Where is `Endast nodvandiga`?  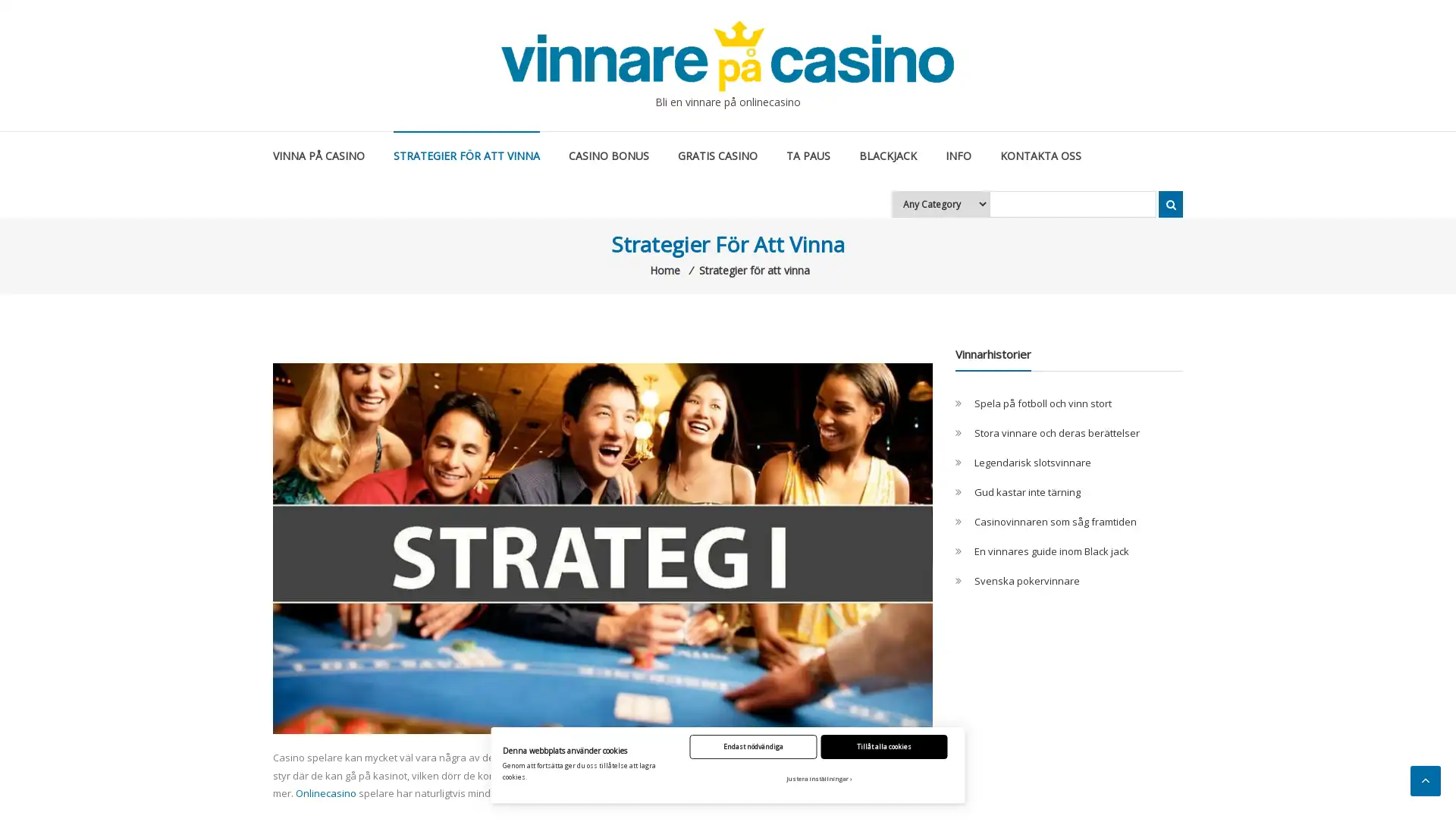 Endast nodvandiga is located at coordinates (753, 745).